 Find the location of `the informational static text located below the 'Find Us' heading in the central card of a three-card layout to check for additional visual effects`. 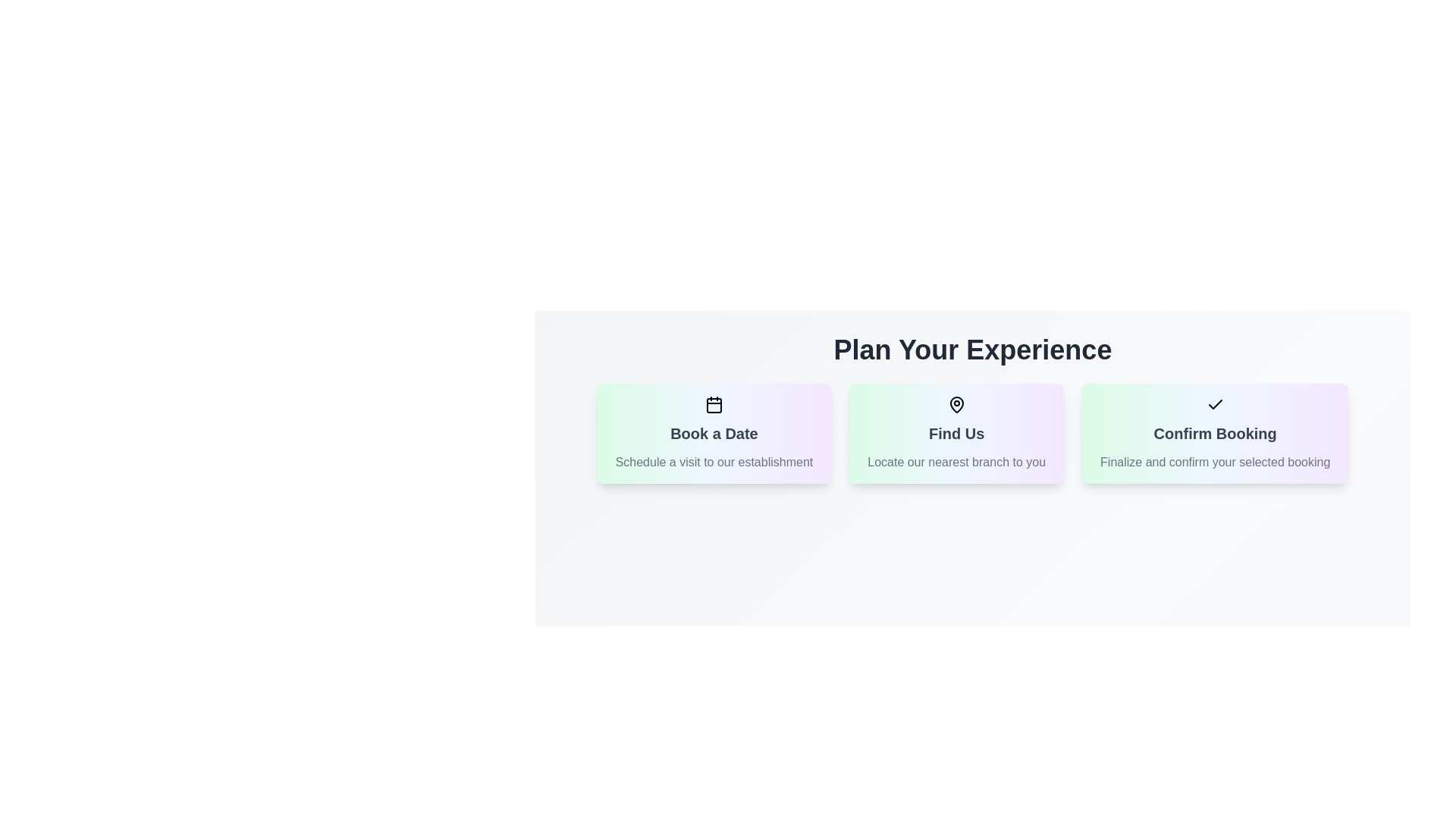

the informational static text located below the 'Find Us' heading in the central card of a three-card layout to check for additional visual effects is located at coordinates (955, 461).